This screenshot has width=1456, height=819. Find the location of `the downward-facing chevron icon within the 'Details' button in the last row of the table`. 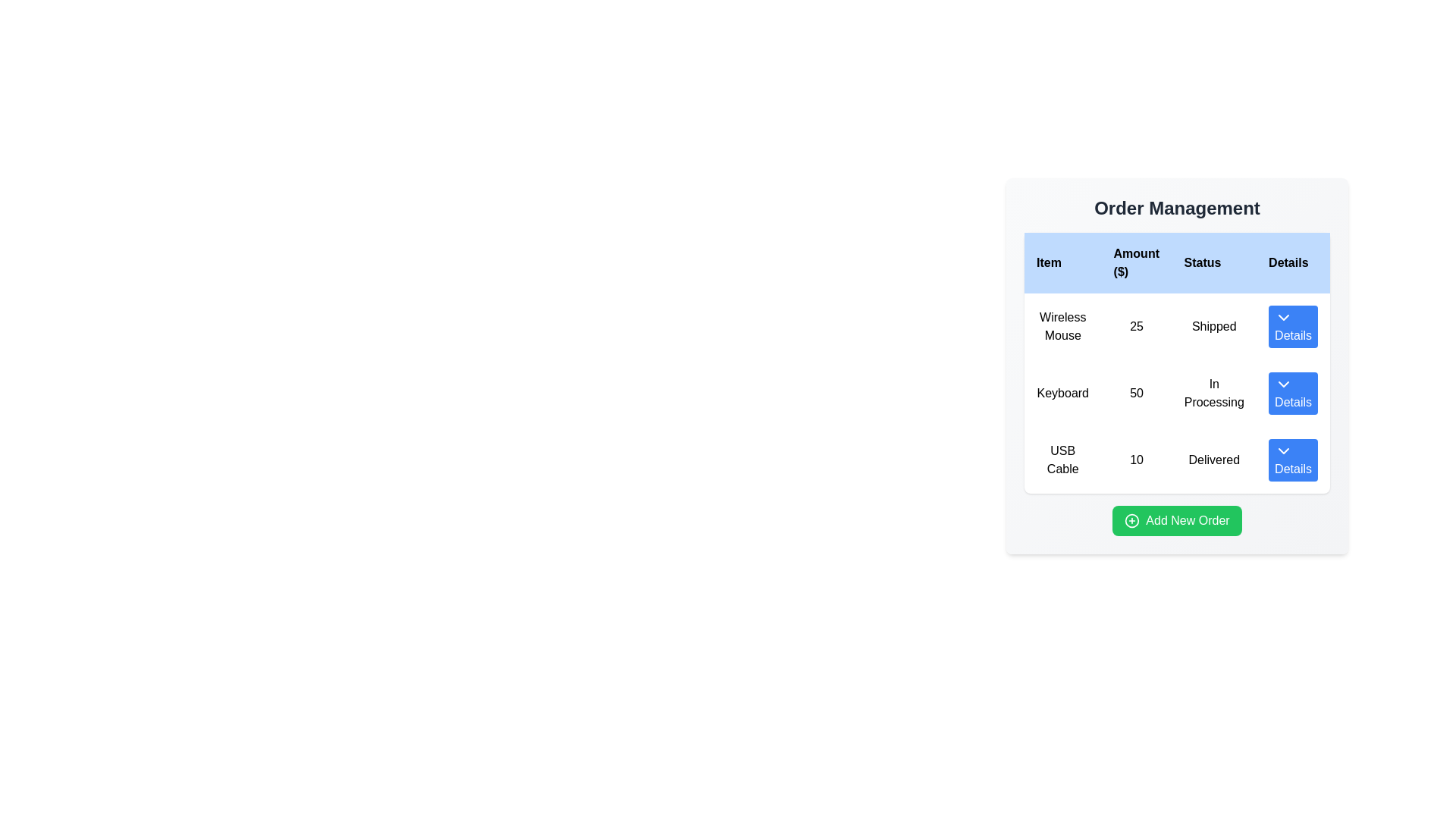

the downward-facing chevron icon within the 'Details' button in the last row of the table is located at coordinates (1283, 450).